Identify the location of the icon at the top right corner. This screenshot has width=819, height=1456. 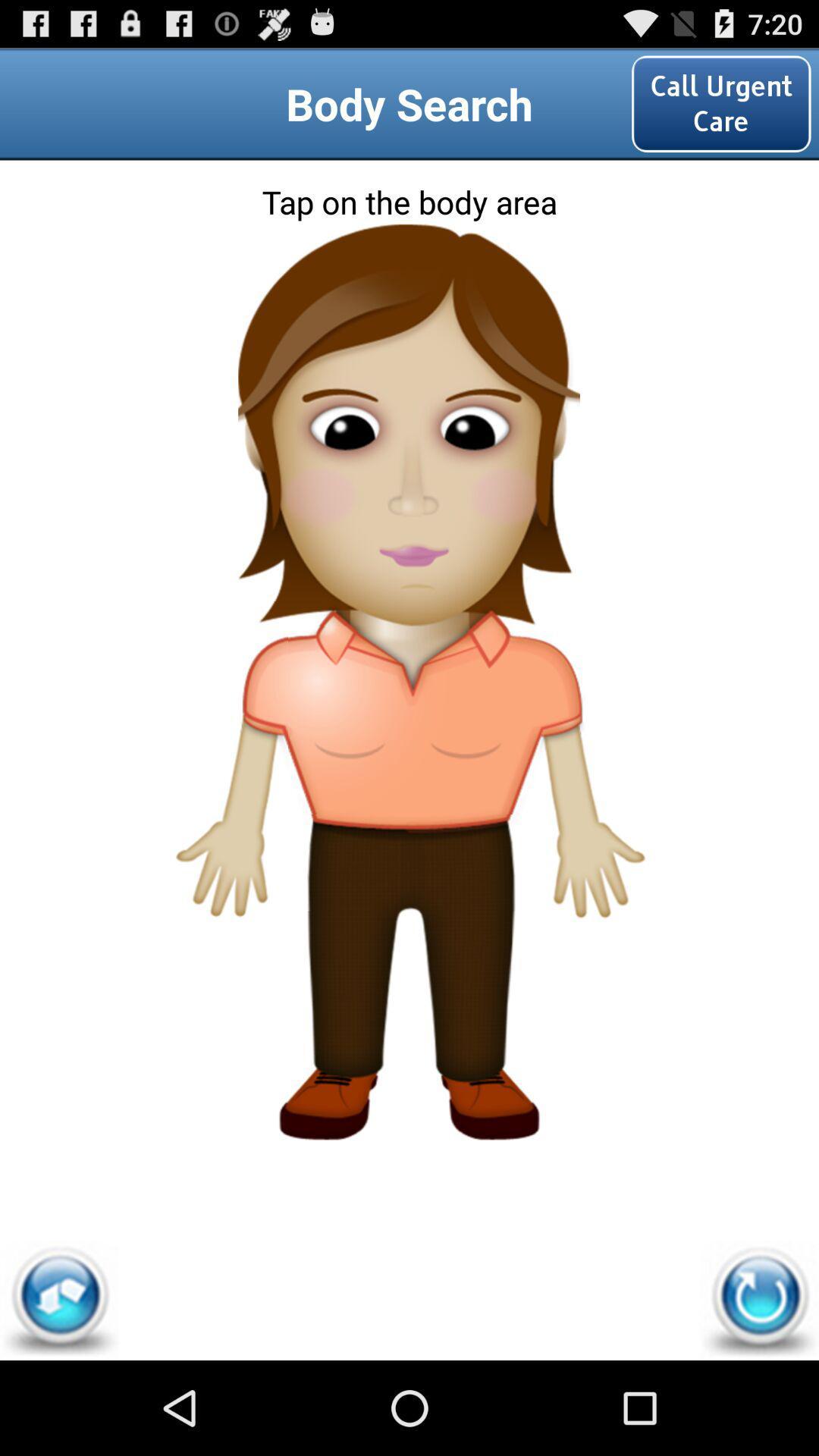
(720, 103).